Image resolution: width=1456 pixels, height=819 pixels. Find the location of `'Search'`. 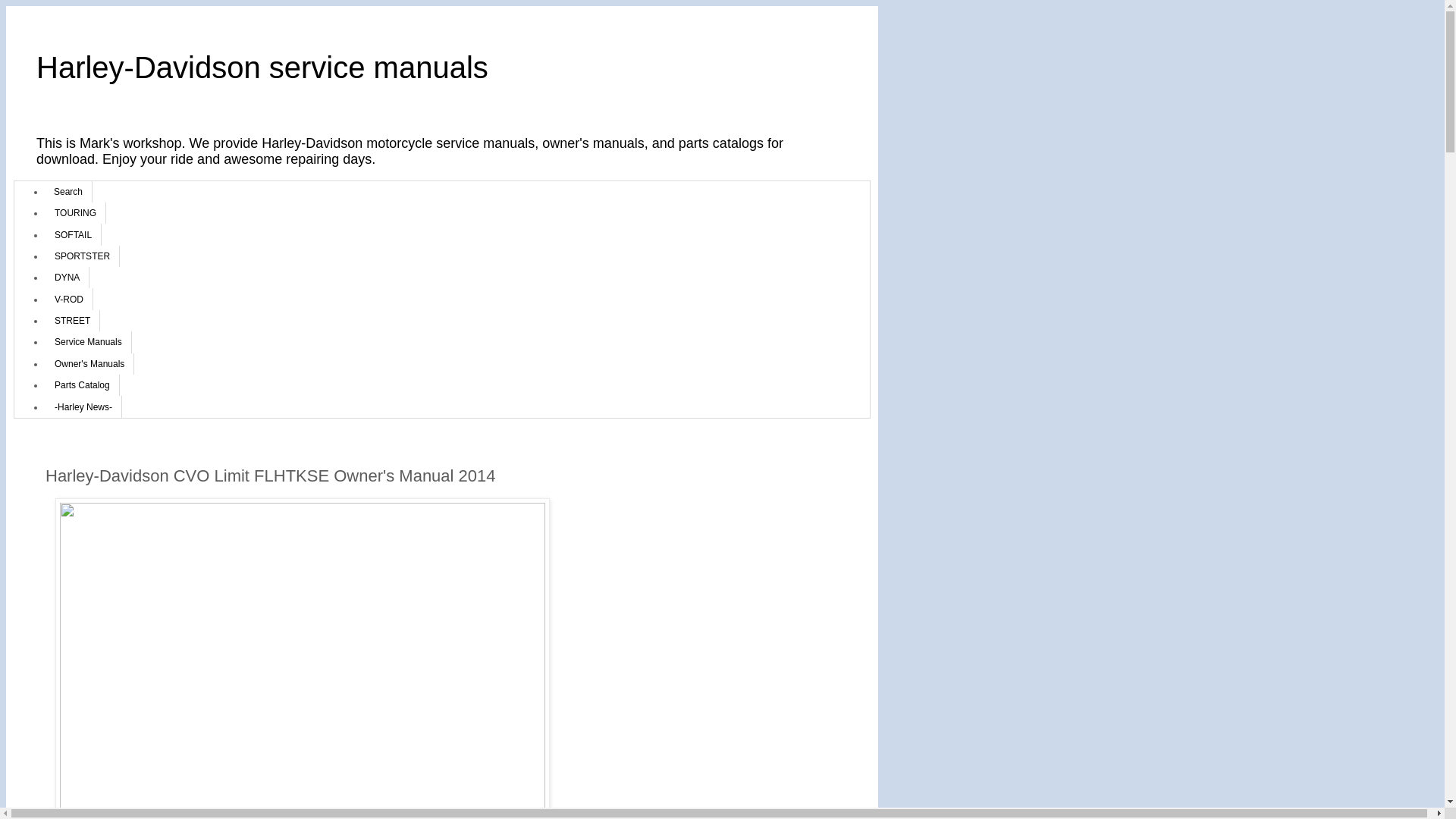

'Search' is located at coordinates (67, 191).